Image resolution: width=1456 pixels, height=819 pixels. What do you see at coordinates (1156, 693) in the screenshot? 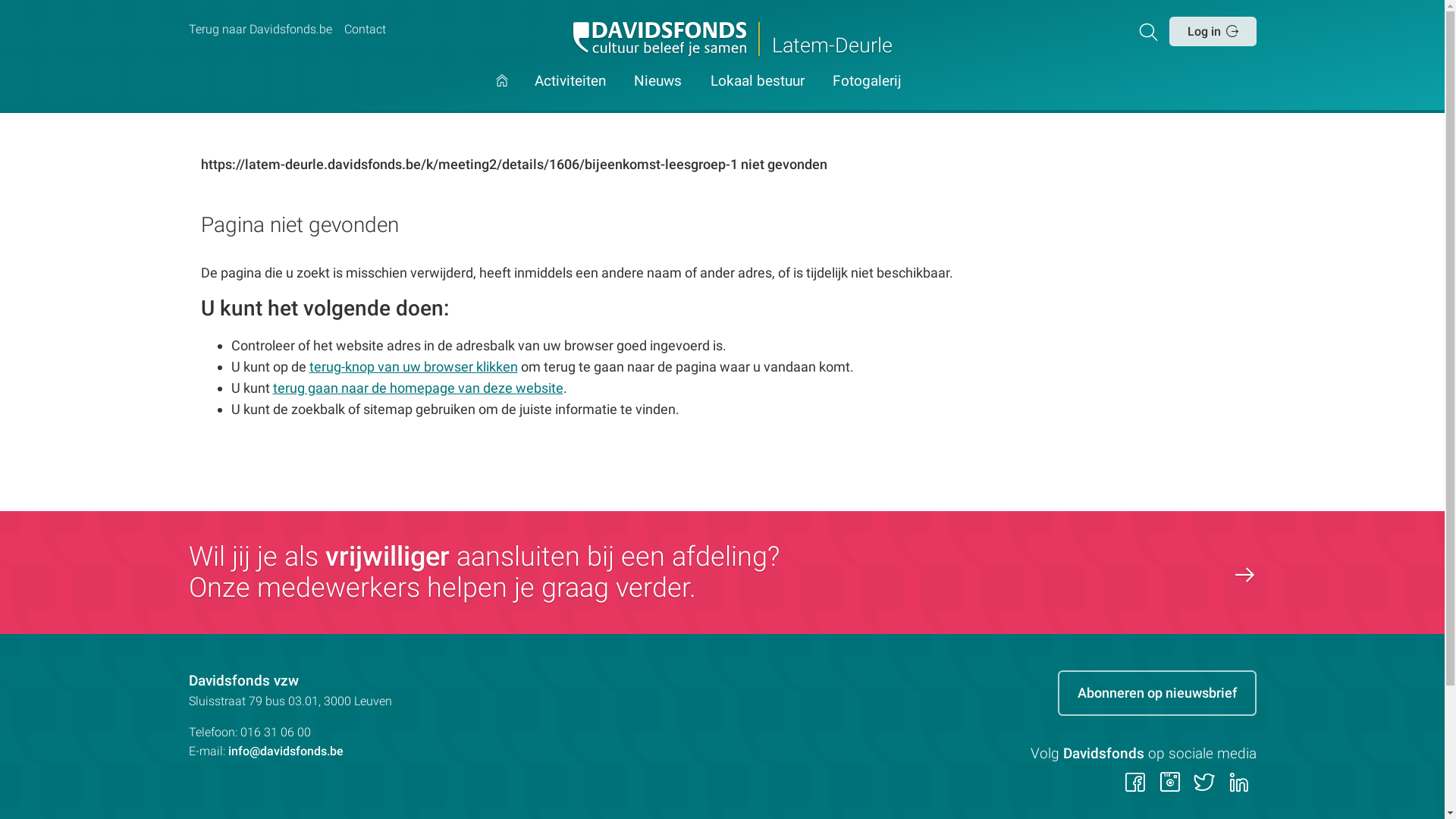
I see `'Abonneren op nieuwsbrief'` at bounding box center [1156, 693].